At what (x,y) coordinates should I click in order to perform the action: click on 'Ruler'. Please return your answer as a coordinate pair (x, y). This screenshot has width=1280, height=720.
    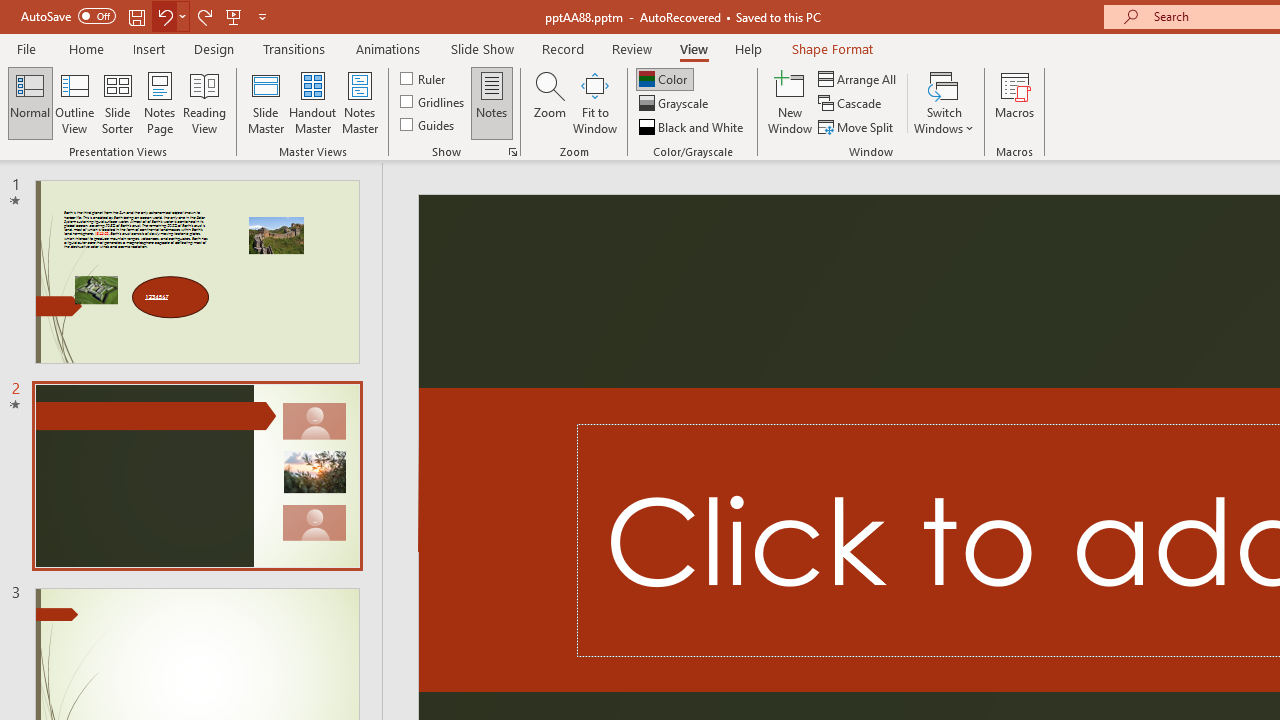
    Looking at the image, I should click on (423, 77).